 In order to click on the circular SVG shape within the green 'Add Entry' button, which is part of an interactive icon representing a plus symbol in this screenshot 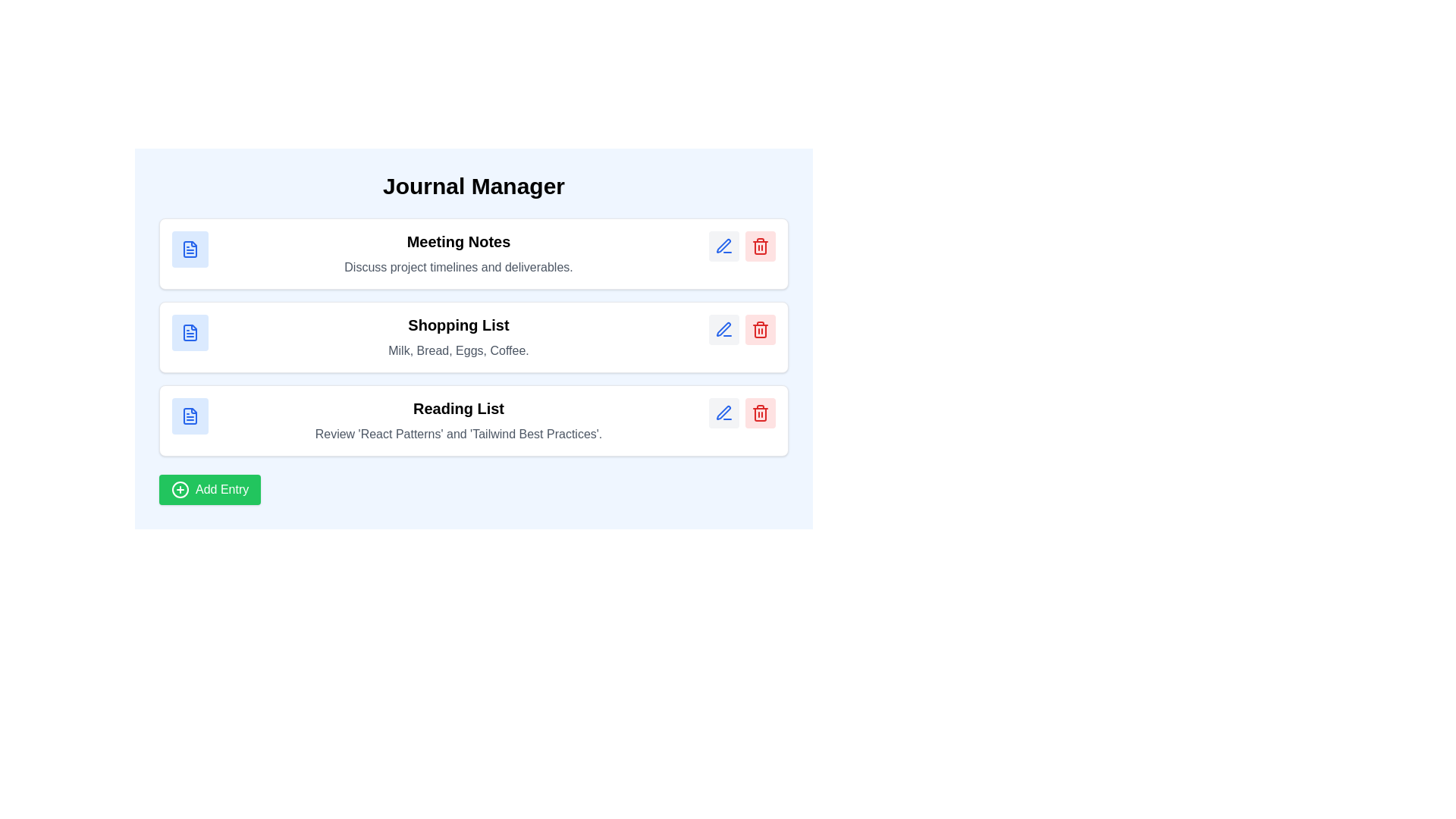, I will do `click(180, 489)`.